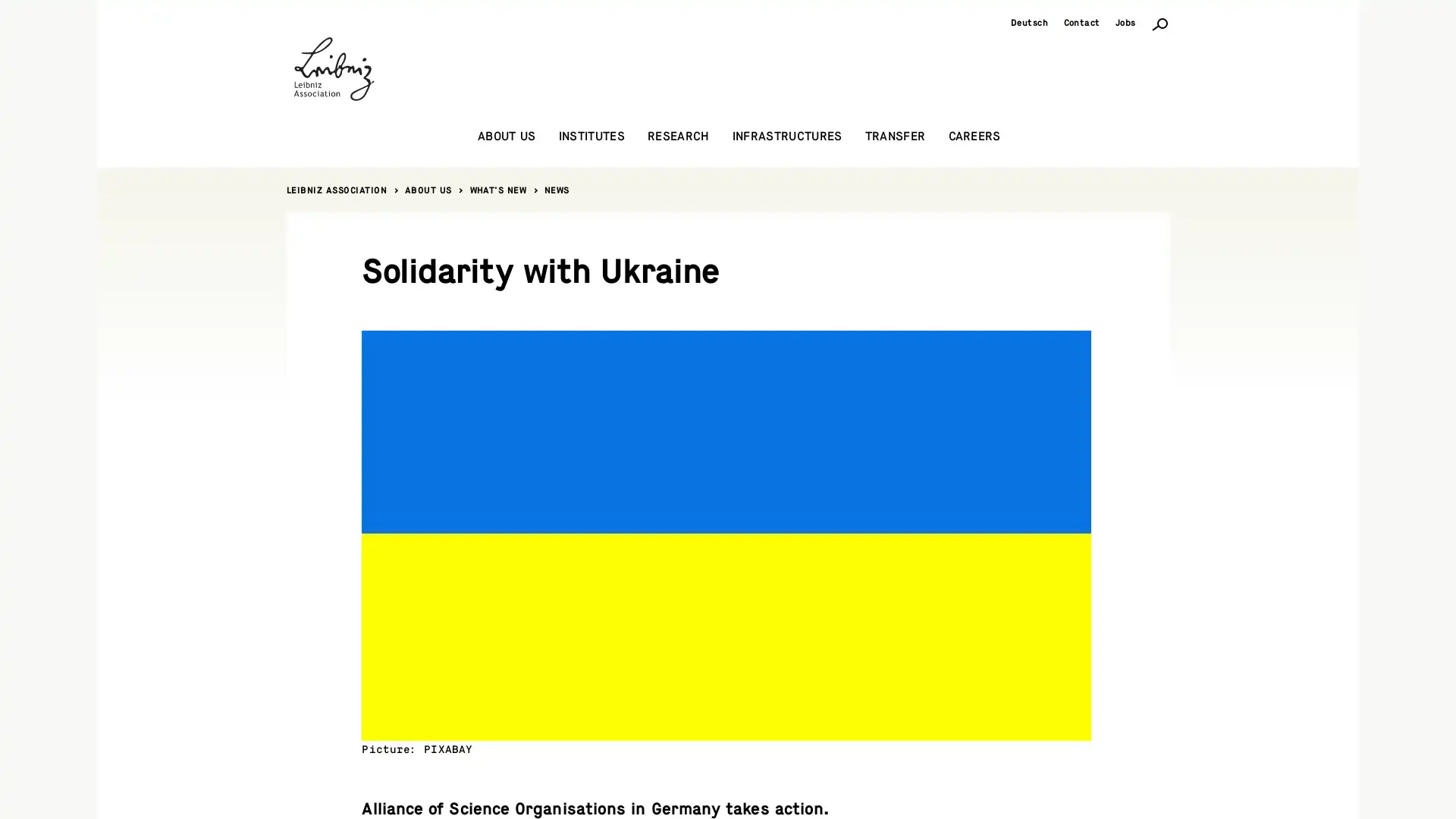 The image size is (1456, 819). What do you see at coordinates (1159, 23) in the screenshot?
I see `Suchefunktion Offnen` at bounding box center [1159, 23].